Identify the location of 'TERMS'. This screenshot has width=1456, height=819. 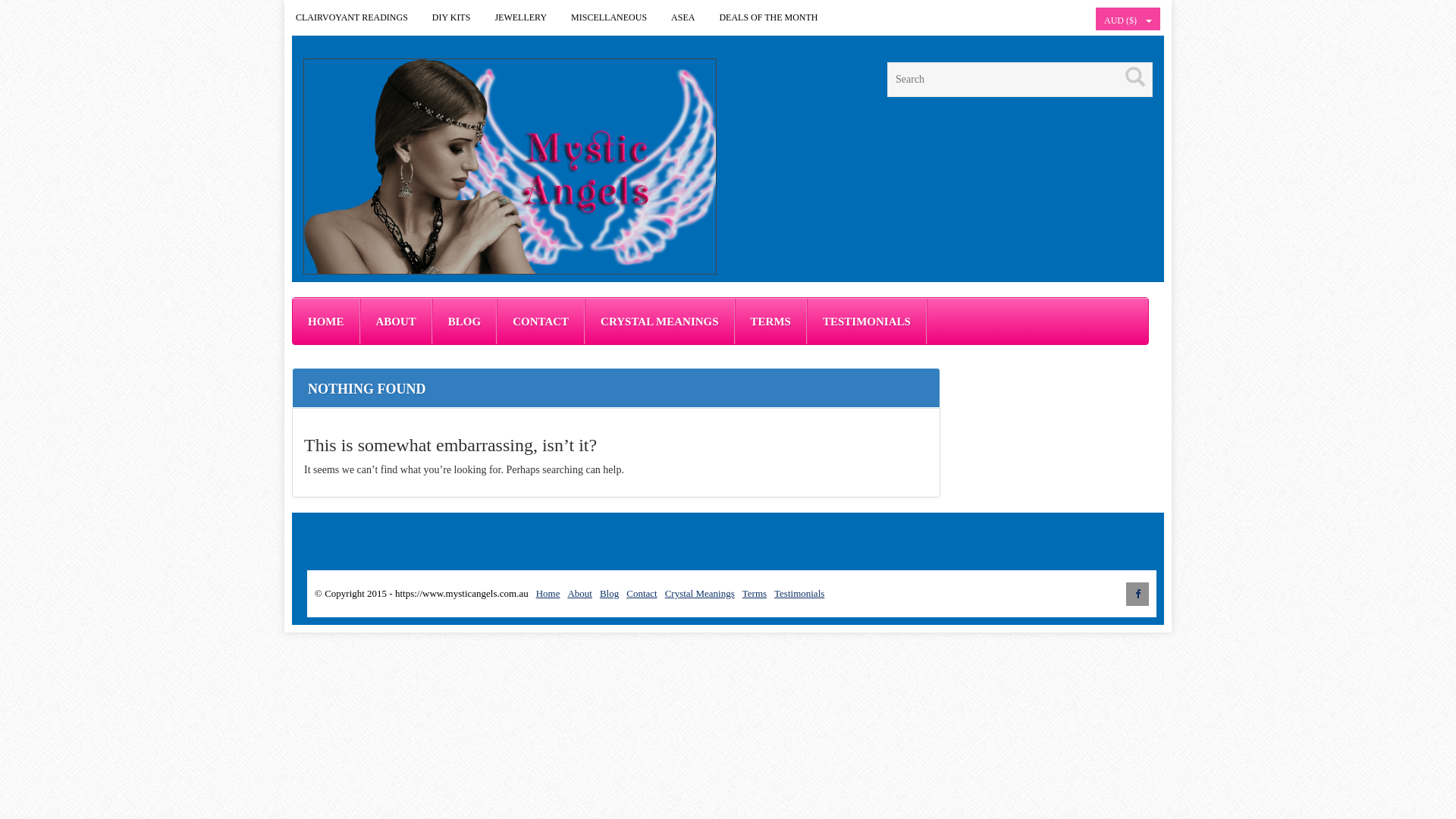
(770, 321).